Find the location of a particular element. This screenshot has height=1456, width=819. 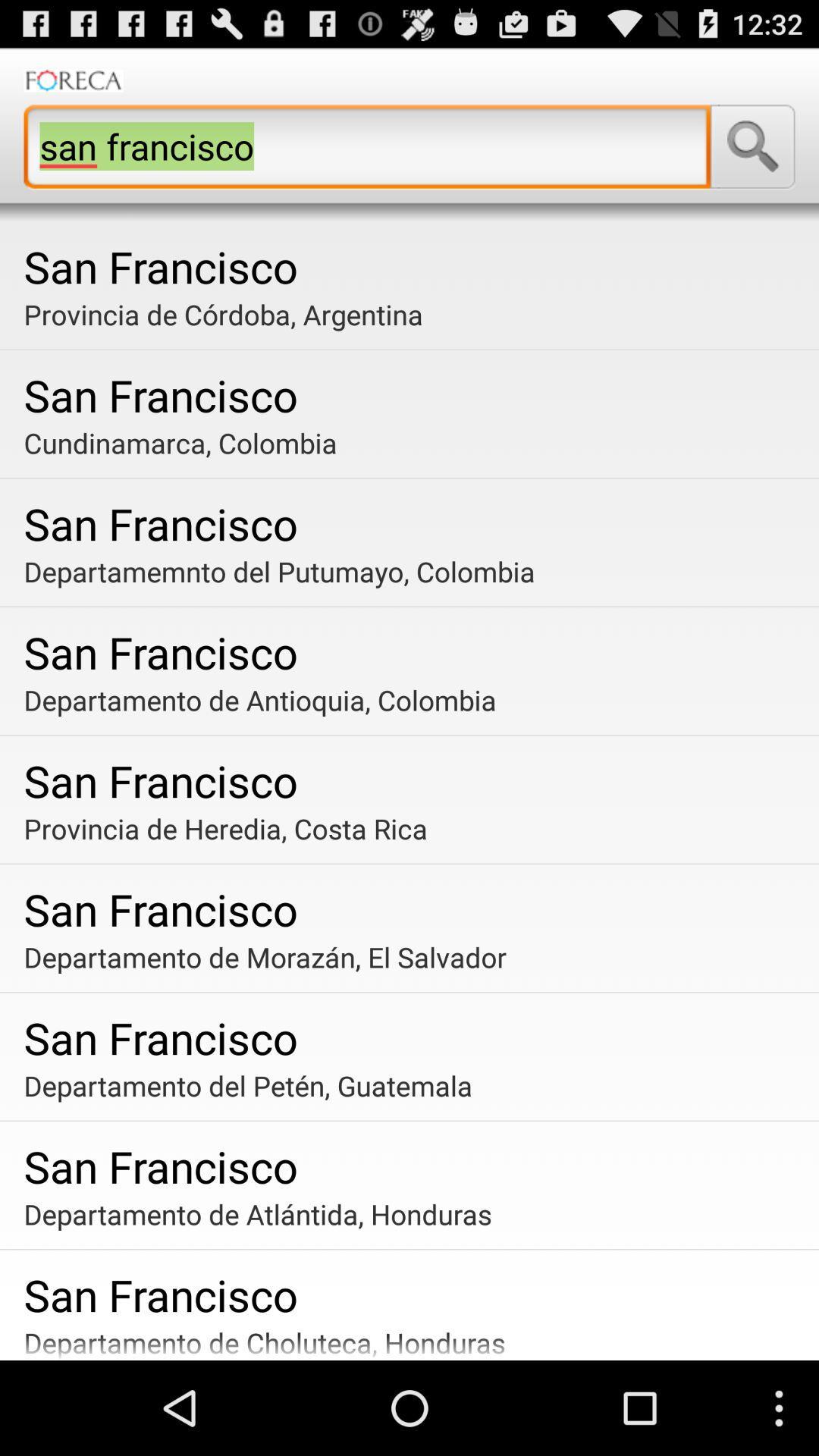

app above the san francisco icon is located at coordinates (415, 442).